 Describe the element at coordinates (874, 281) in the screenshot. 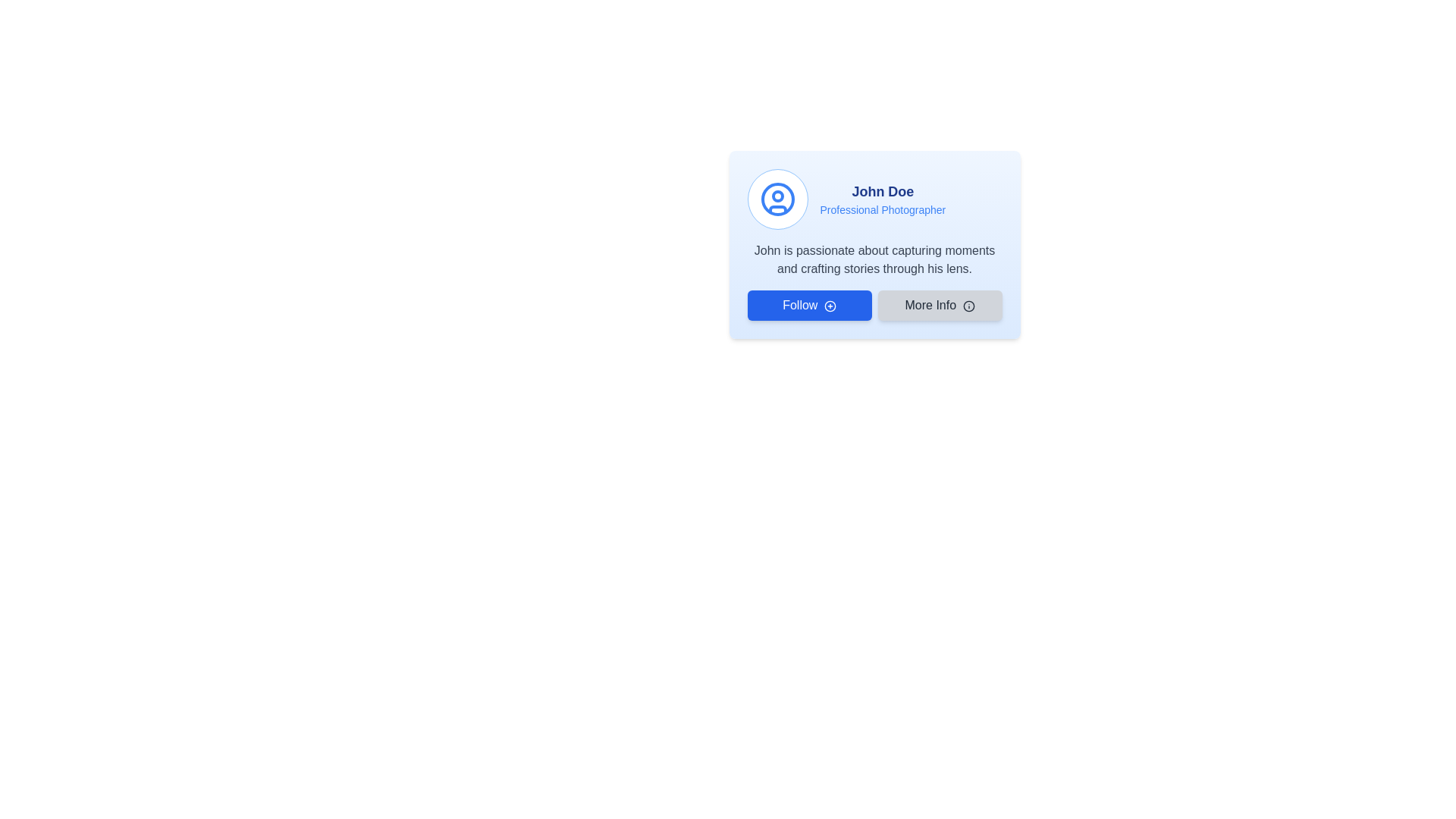

I see `the 'Follow' button on the Composite UI Component that displays information about the professional's passion, located below the professional's name and title` at that location.